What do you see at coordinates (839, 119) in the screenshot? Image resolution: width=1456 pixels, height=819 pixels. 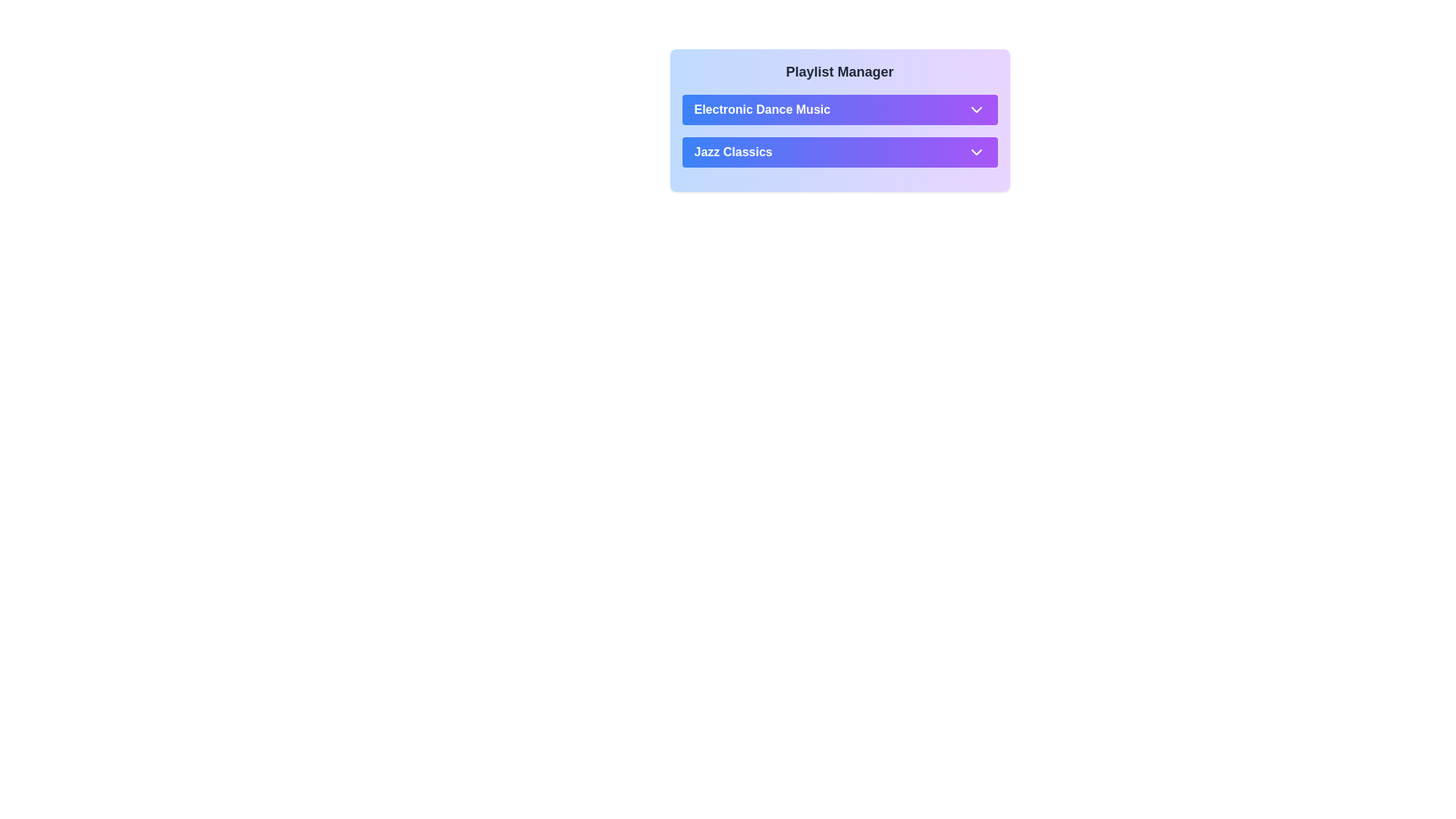 I see `the first selectable item in the playlist management UI, which is represented by a text with a dropdown icon` at bounding box center [839, 119].